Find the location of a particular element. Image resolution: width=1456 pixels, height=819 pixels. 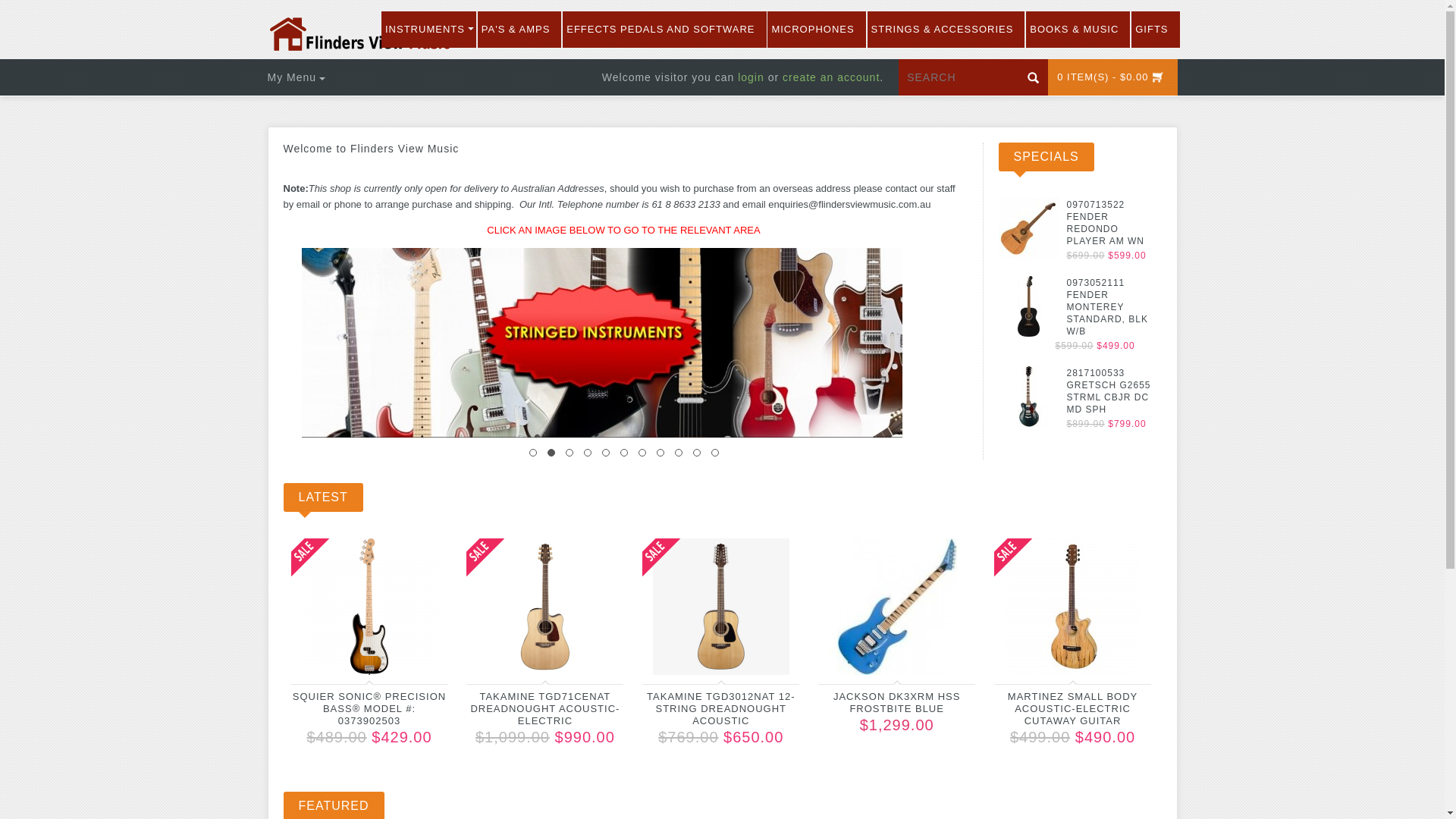

'GIFTS' is located at coordinates (1131, 29).